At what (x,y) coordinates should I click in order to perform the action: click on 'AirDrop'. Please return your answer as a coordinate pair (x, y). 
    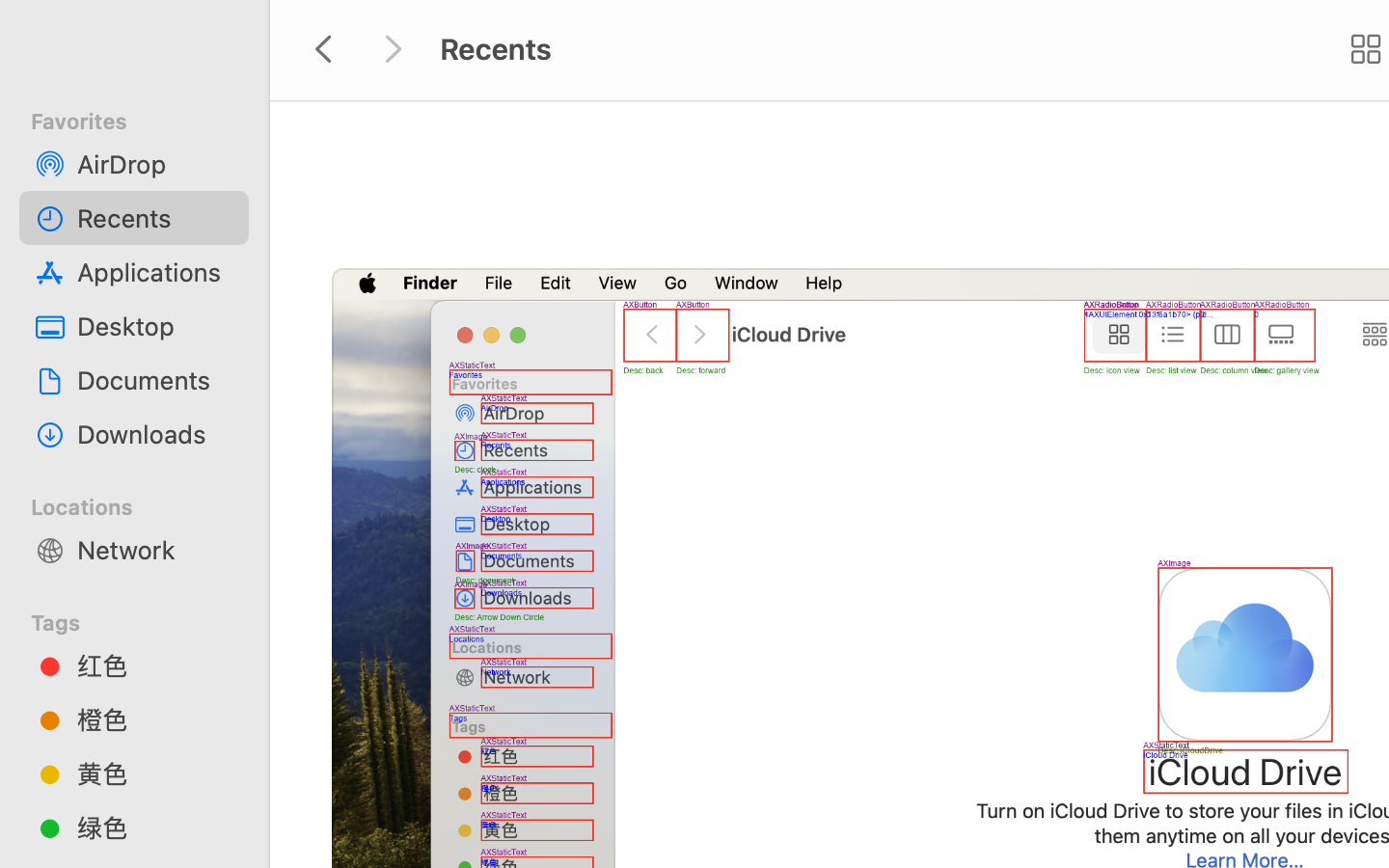
    Looking at the image, I should click on (153, 164).